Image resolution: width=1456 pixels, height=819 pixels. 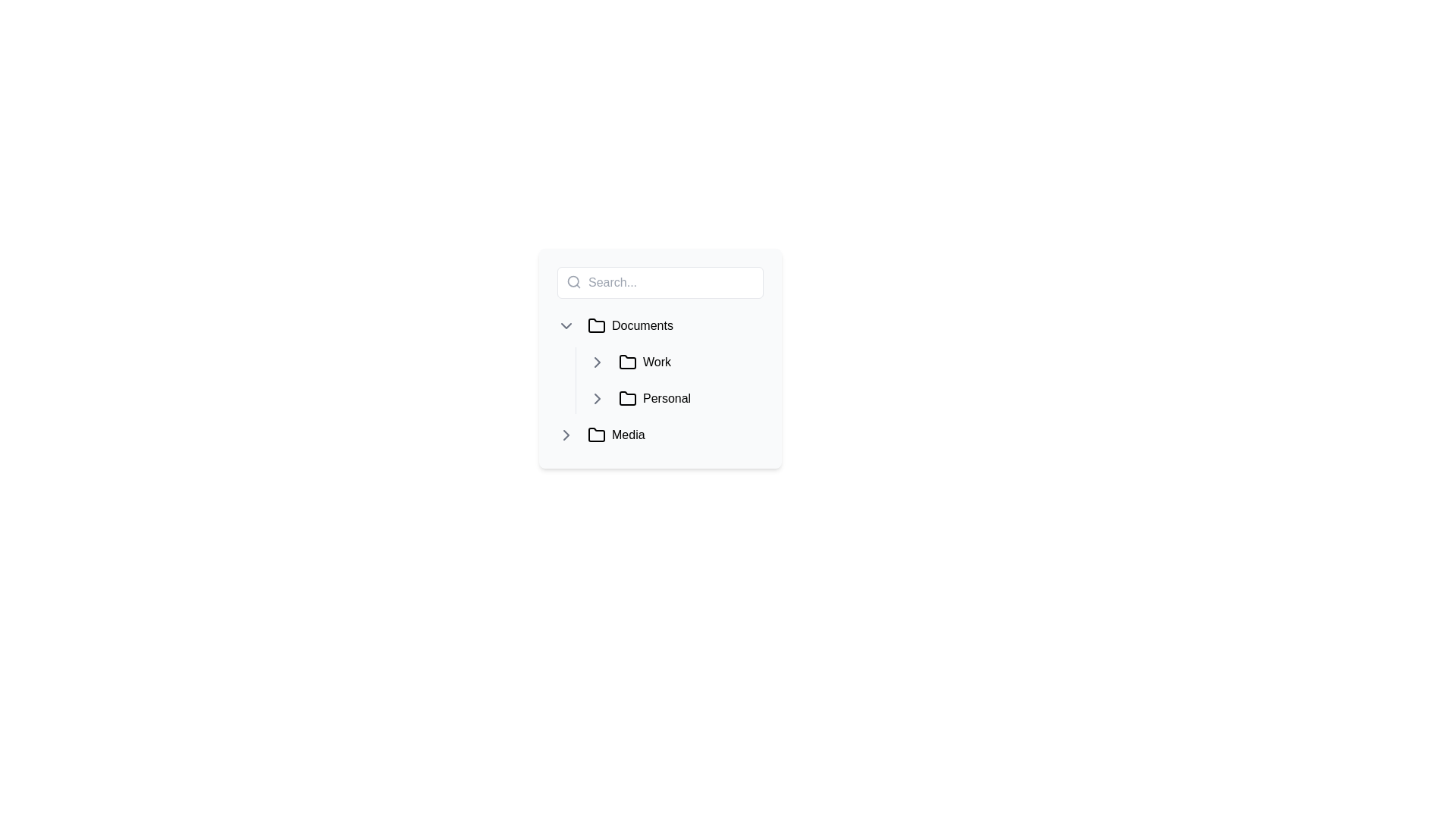 I want to click on an item in the grouped list or tree view, so click(x=660, y=359).